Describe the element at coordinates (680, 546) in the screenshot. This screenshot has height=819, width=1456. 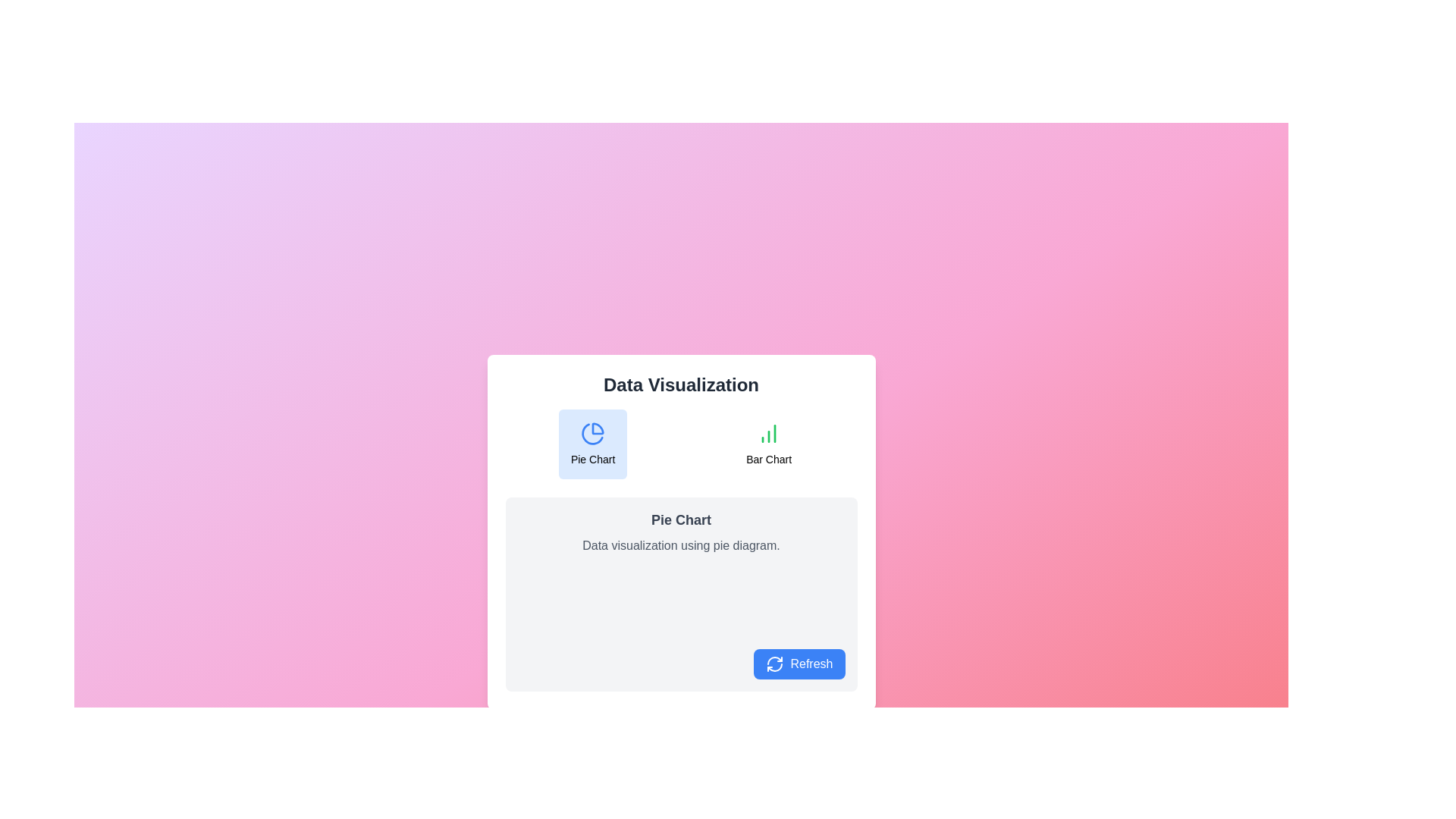
I see `the static text element that provides a description for the 'Pie Chart' feature, which is located beneath the heading 'Pie Chart' and above the 'Refresh' button` at that location.